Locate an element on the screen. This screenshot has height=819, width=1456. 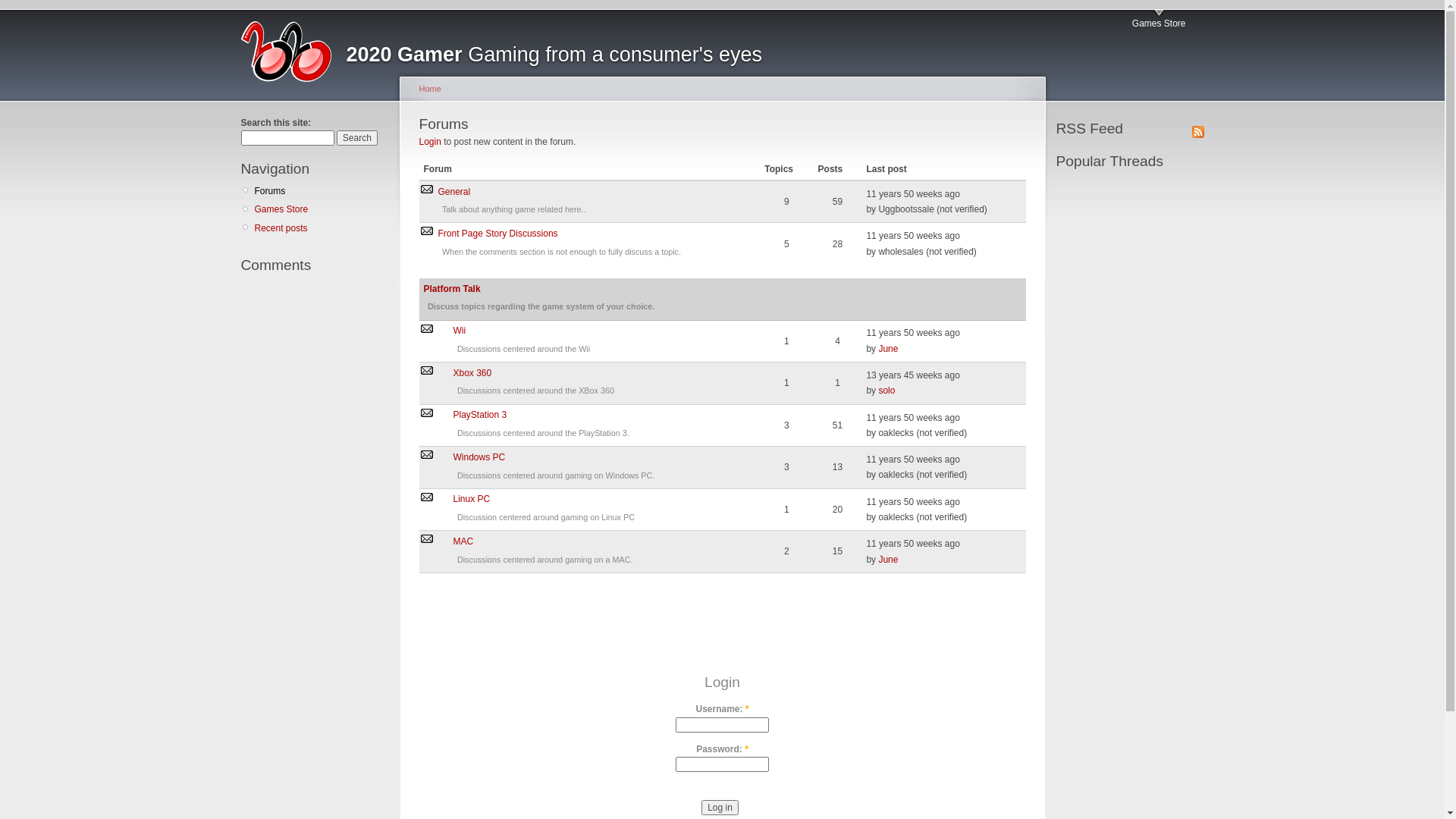
'MAC' is located at coordinates (463, 540).